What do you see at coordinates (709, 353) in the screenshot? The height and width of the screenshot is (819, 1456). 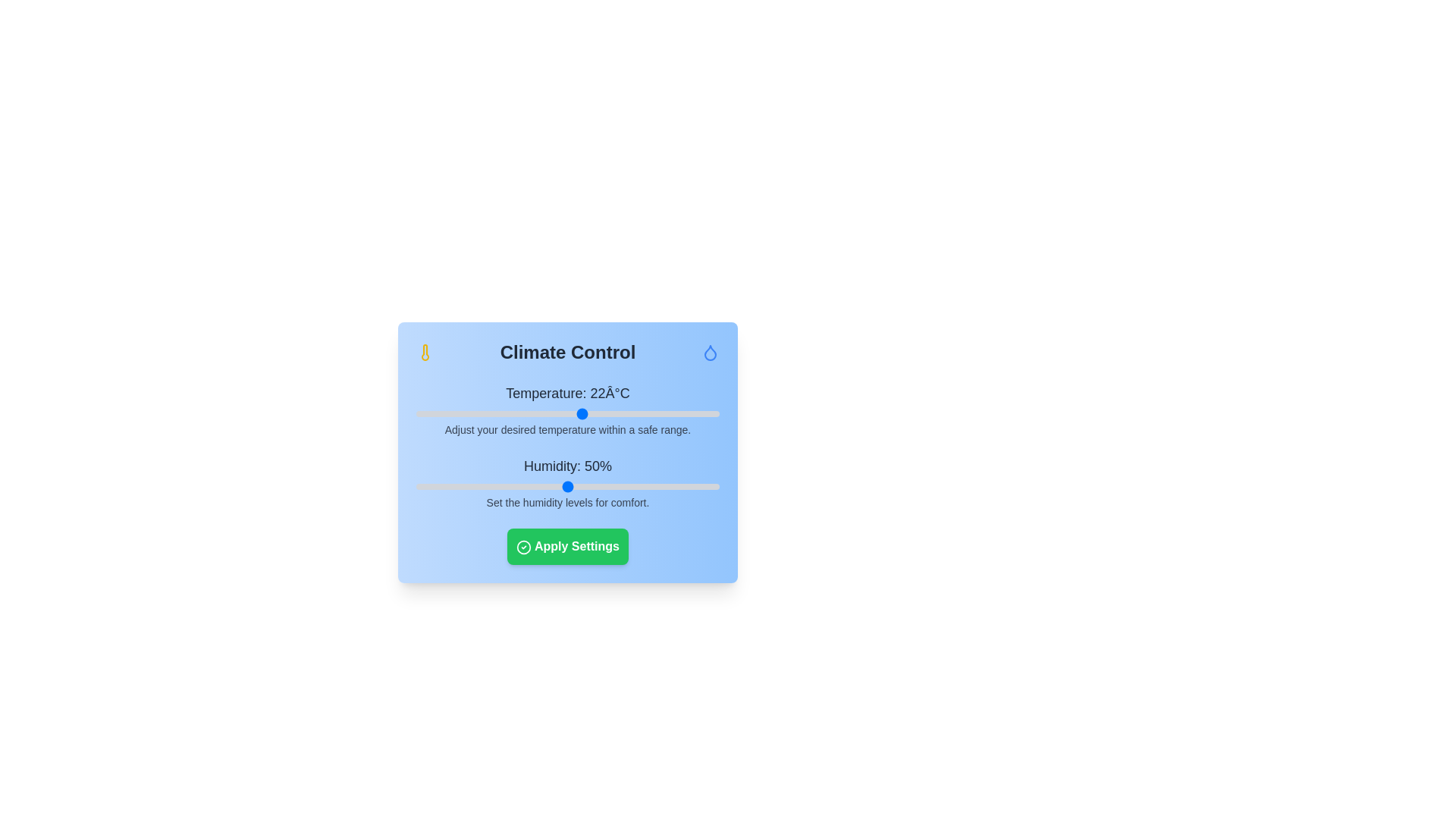 I see `the blue-colored water droplet icon located near the top-right corner of the interface, adjacent to the 'Climate Control' label` at bounding box center [709, 353].